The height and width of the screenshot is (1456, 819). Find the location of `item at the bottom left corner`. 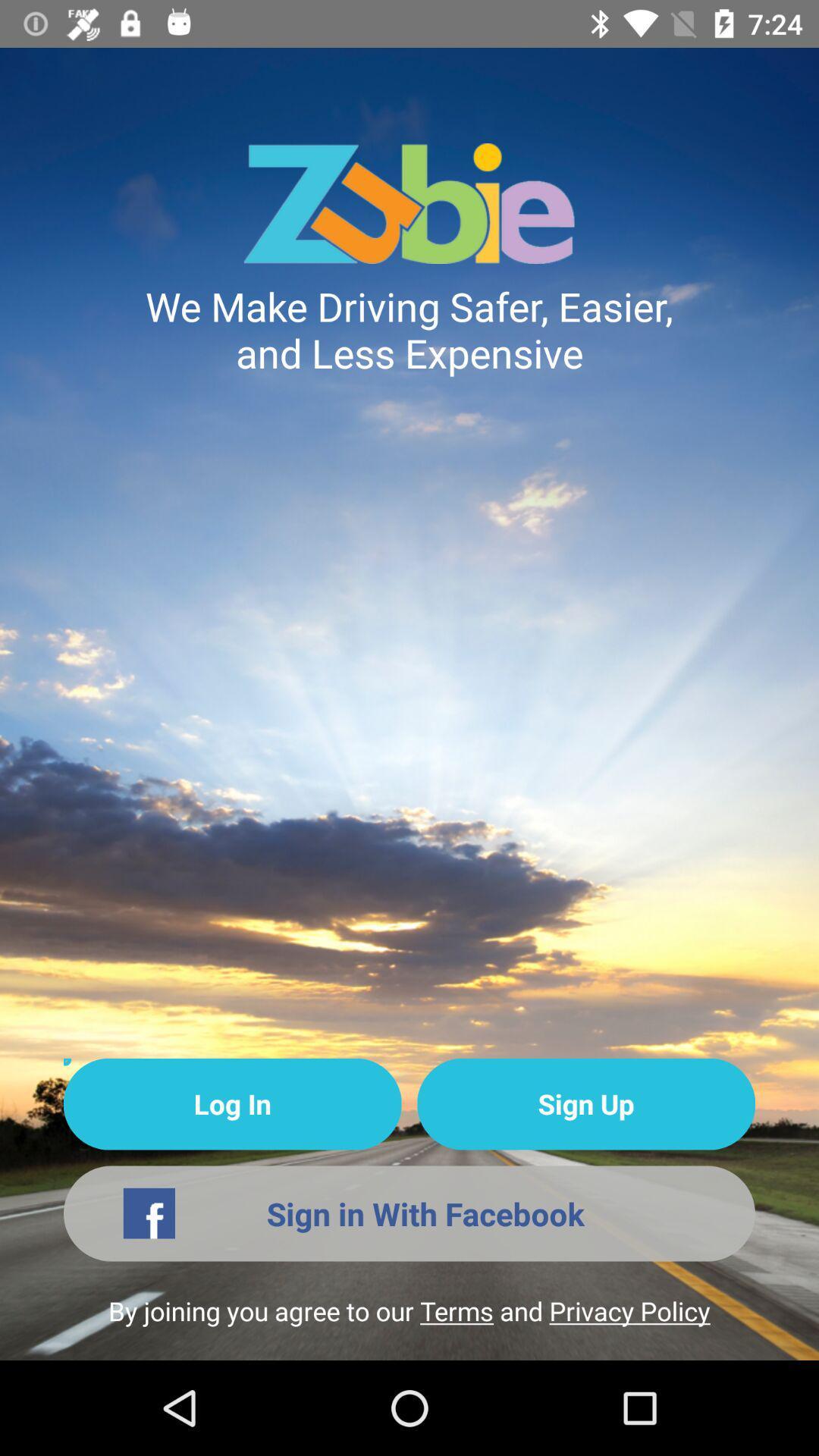

item at the bottom left corner is located at coordinates (232, 1104).